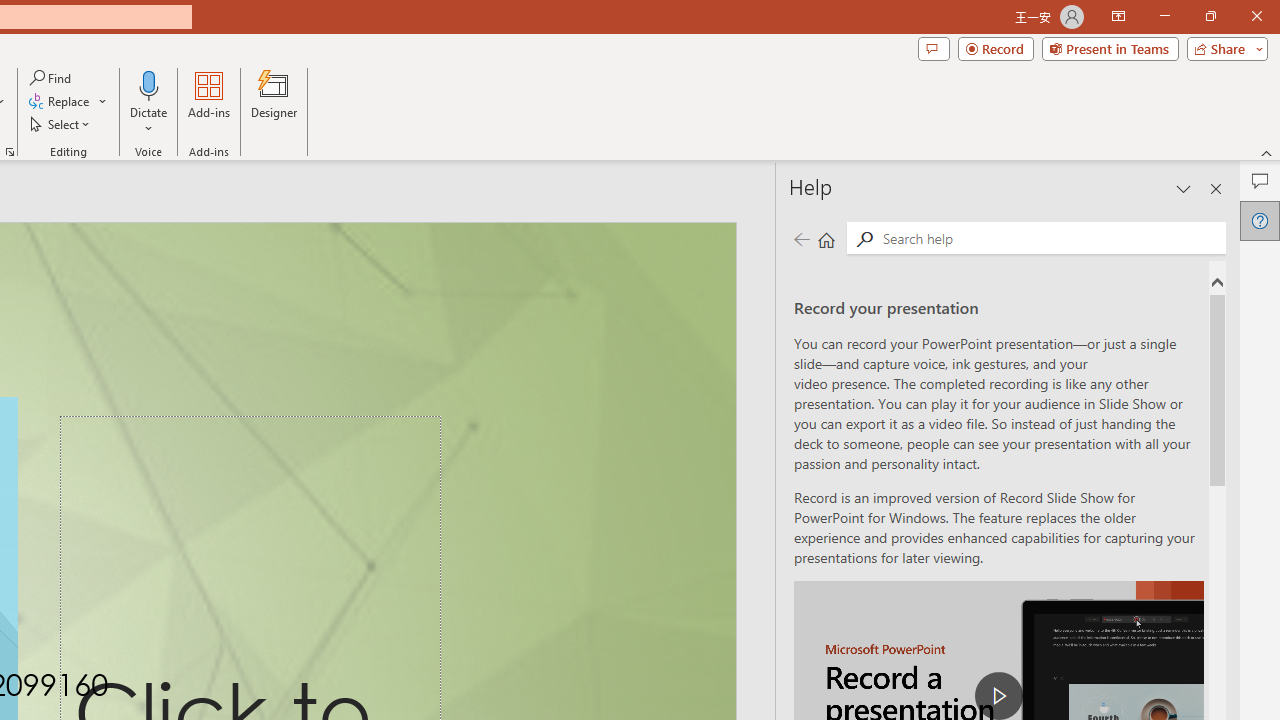  What do you see at coordinates (10, 150) in the screenshot?
I see `'Format Object...'` at bounding box center [10, 150].